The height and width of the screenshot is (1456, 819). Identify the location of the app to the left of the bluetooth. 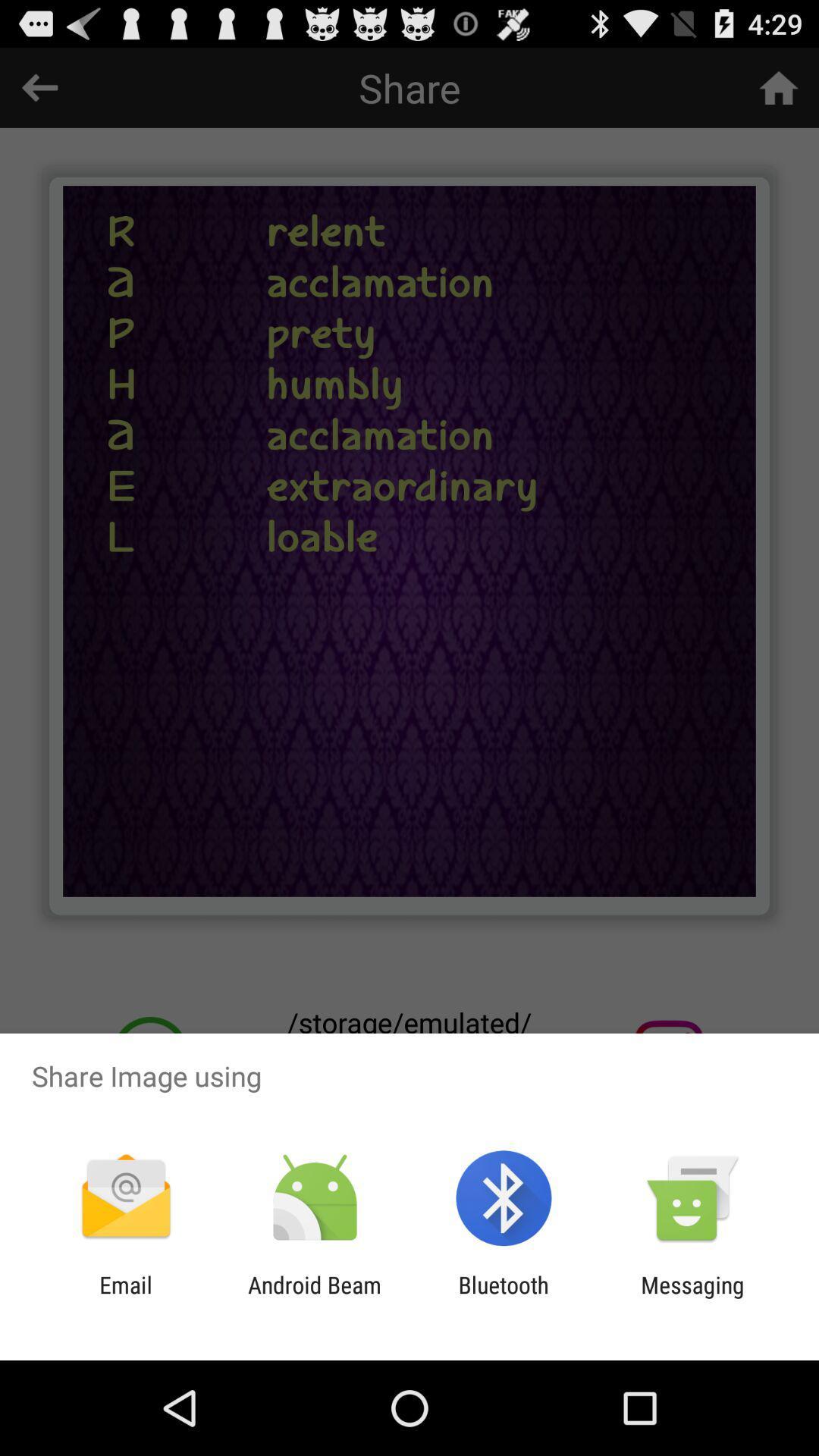
(314, 1298).